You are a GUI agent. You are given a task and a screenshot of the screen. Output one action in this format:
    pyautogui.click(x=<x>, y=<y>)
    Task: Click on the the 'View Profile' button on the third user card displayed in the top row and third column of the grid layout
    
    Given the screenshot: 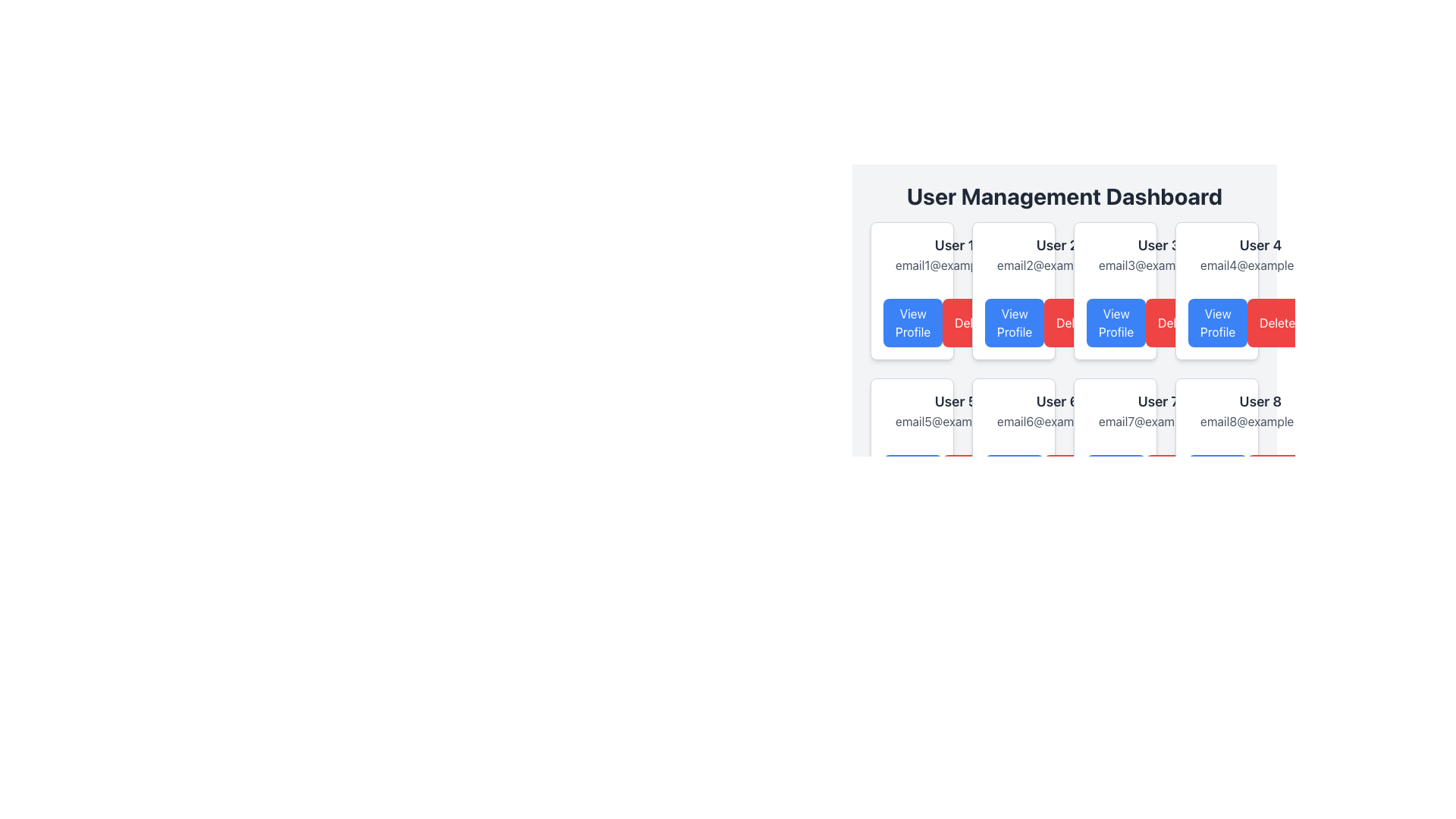 What is the action you would take?
    pyautogui.click(x=1115, y=291)
    